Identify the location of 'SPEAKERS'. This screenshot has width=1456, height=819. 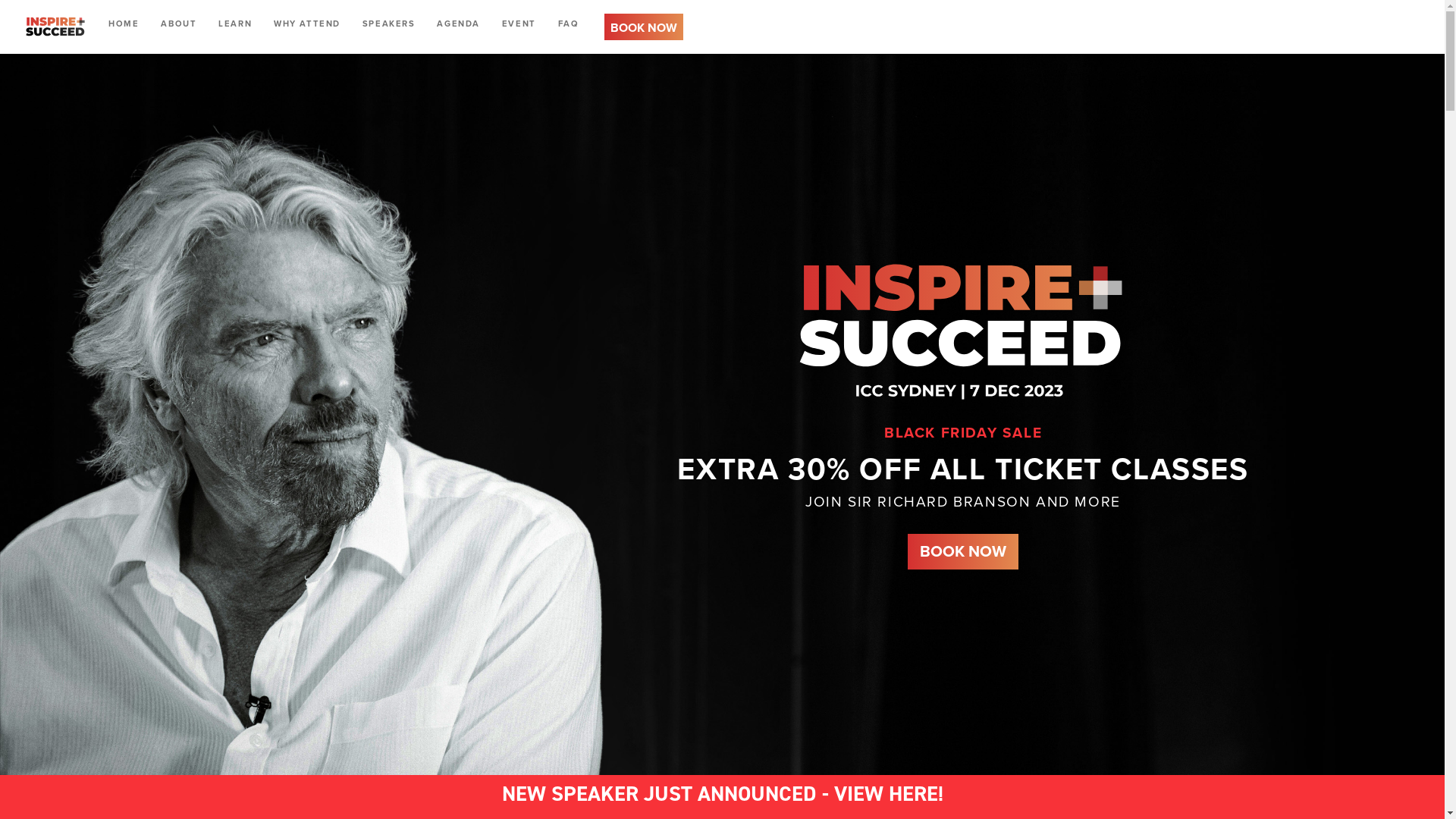
(389, 23).